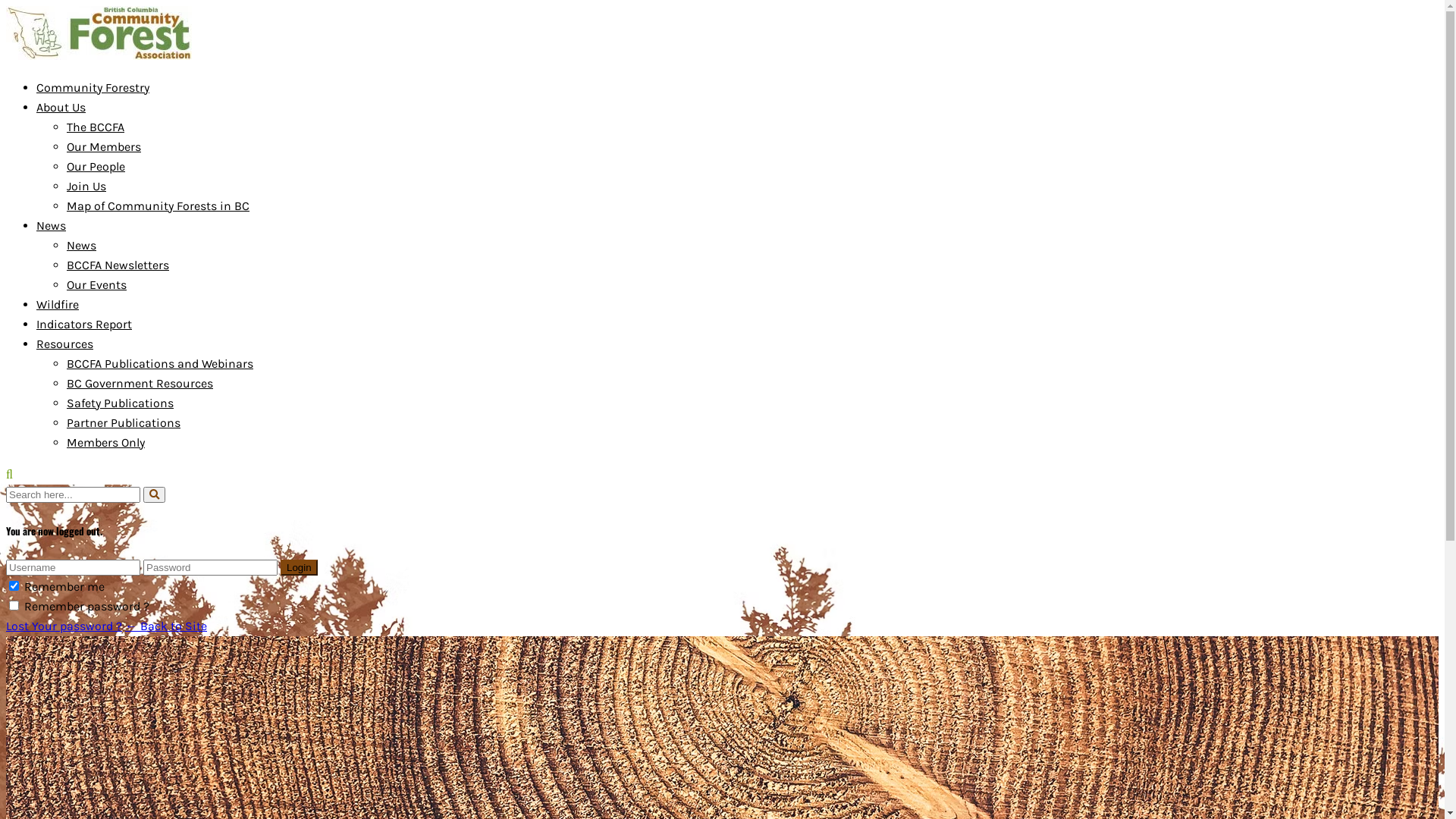 The image size is (1456, 819). I want to click on 'Our Events', so click(96, 284).